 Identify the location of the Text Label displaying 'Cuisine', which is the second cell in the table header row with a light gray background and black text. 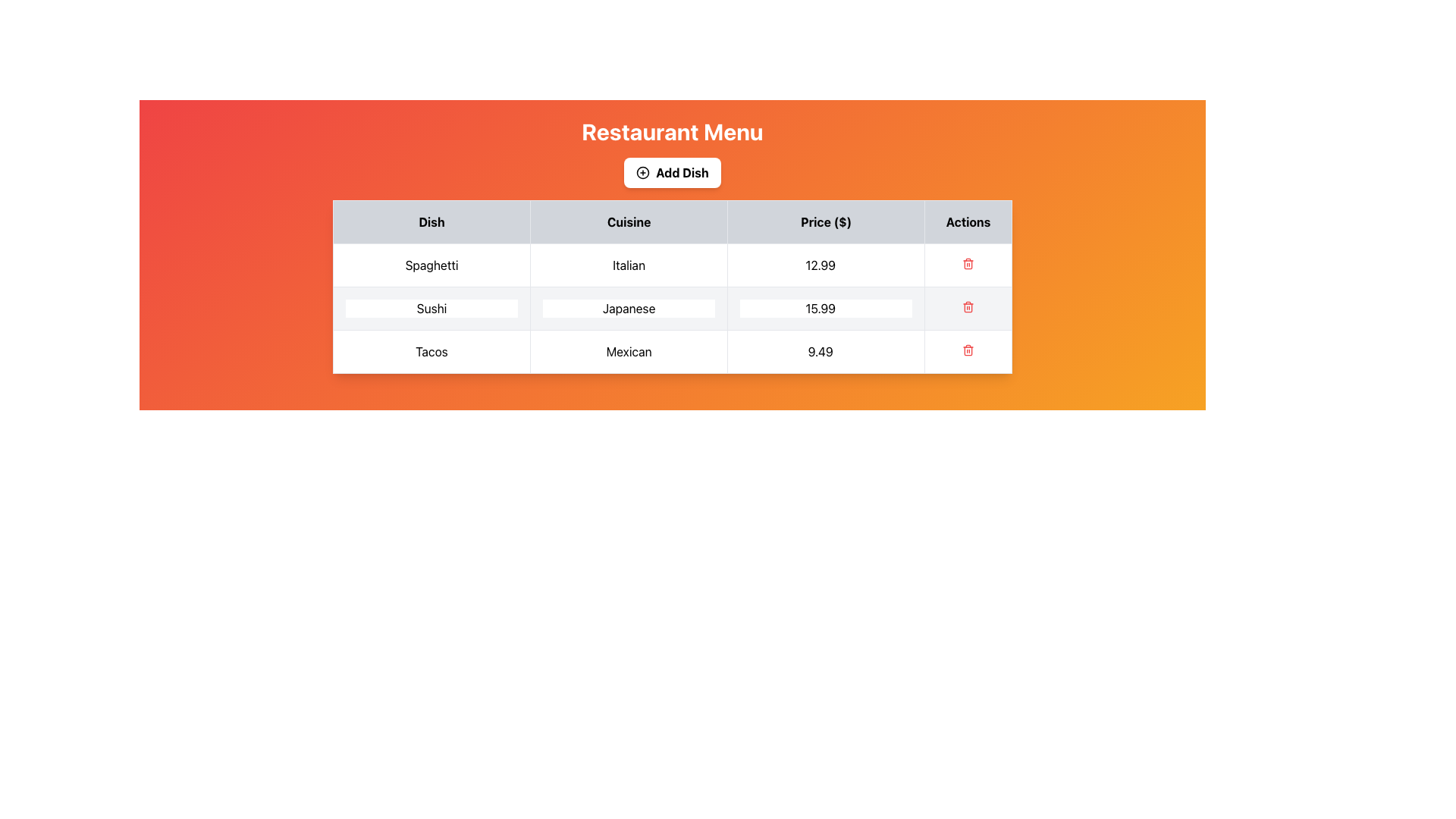
(629, 222).